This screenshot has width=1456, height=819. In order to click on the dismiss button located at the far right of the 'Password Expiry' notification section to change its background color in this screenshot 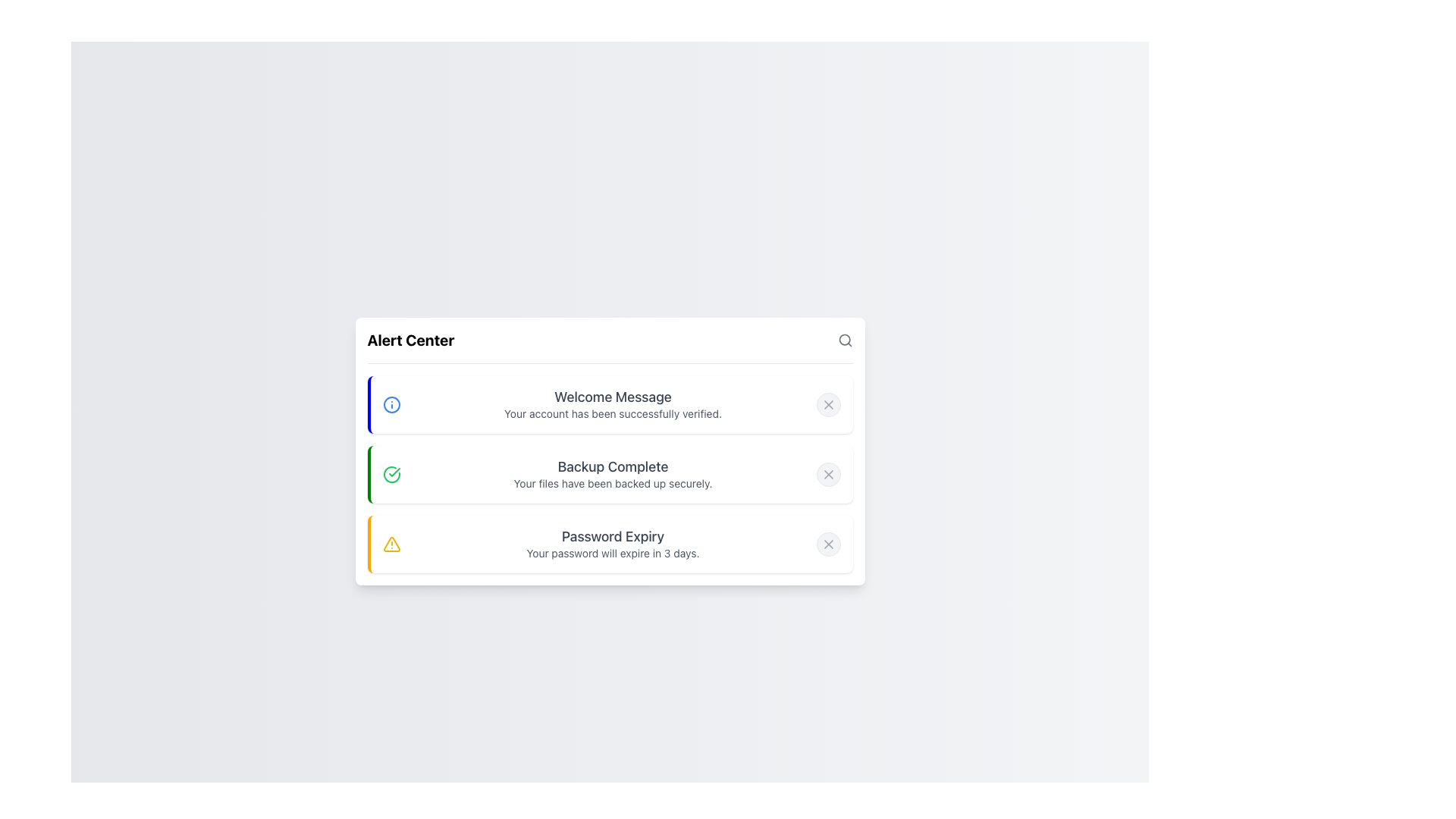, I will do `click(827, 543)`.